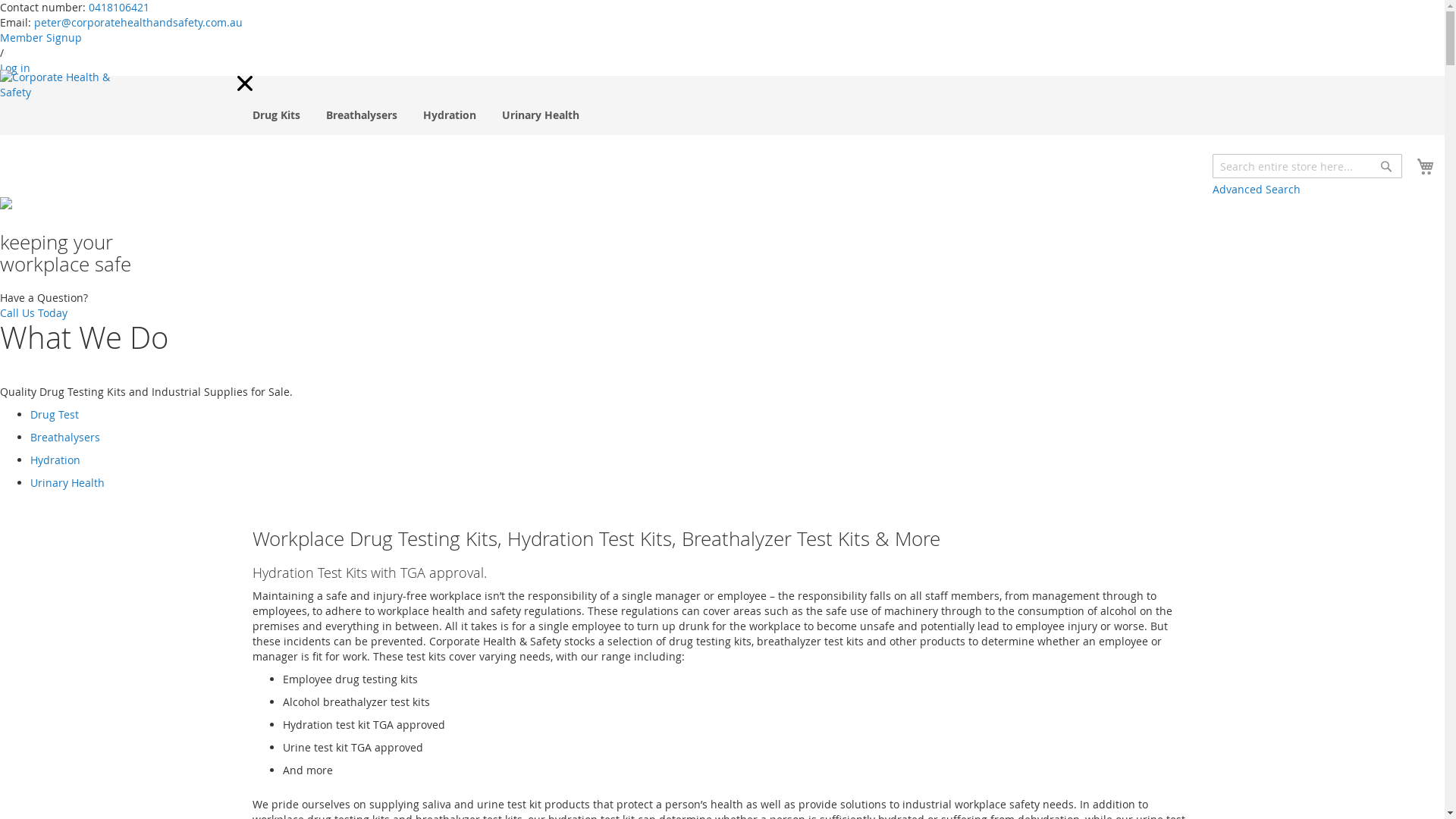  Describe the element at coordinates (1211, 188) in the screenshot. I see `'Advanced Search'` at that location.